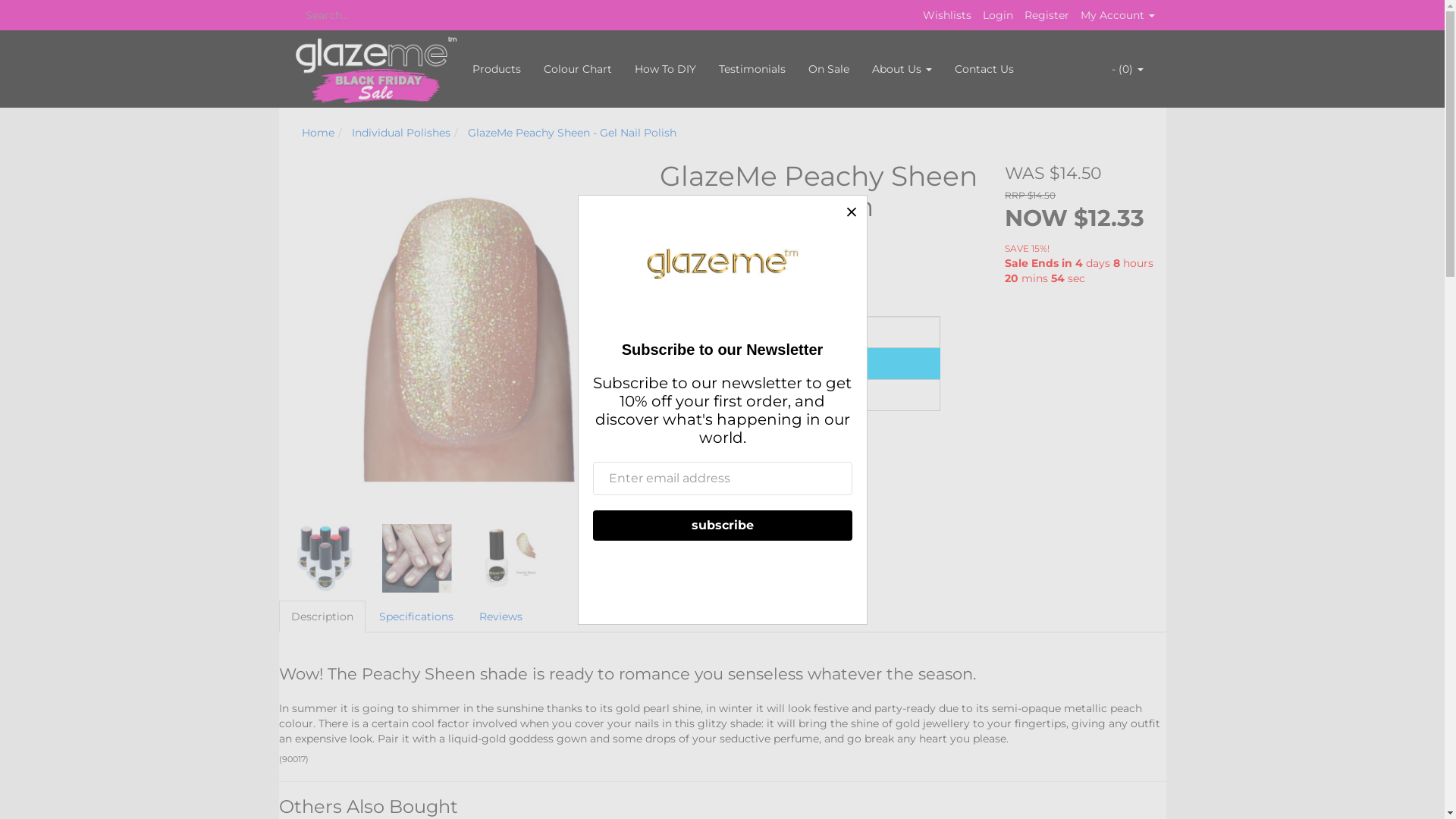 The height and width of the screenshot is (819, 1456). I want to click on 'Colour Chart', so click(577, 69).